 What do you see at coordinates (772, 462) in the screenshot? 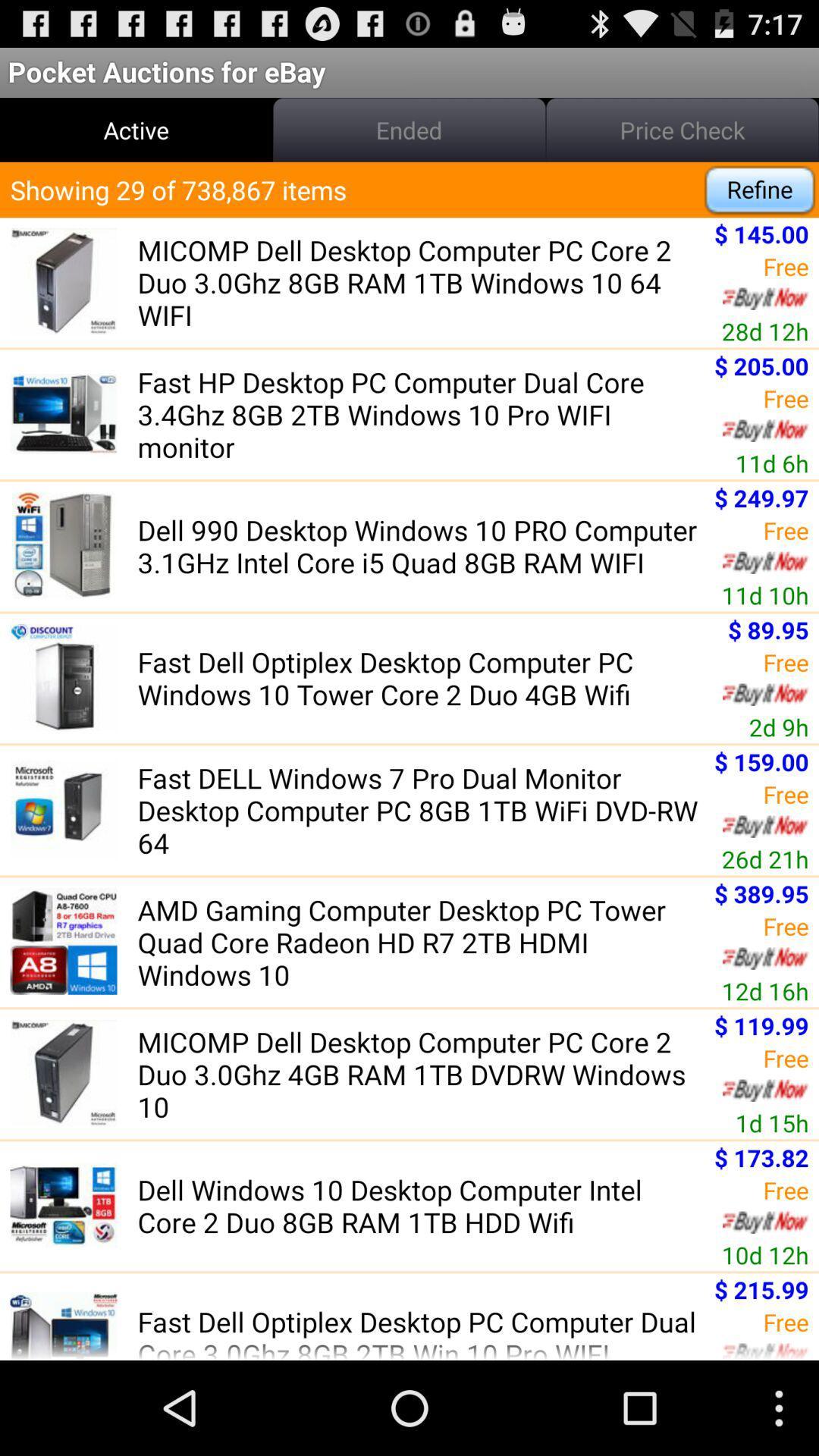
I see `the 11d 6h icon` at bounding box center [772, 462].